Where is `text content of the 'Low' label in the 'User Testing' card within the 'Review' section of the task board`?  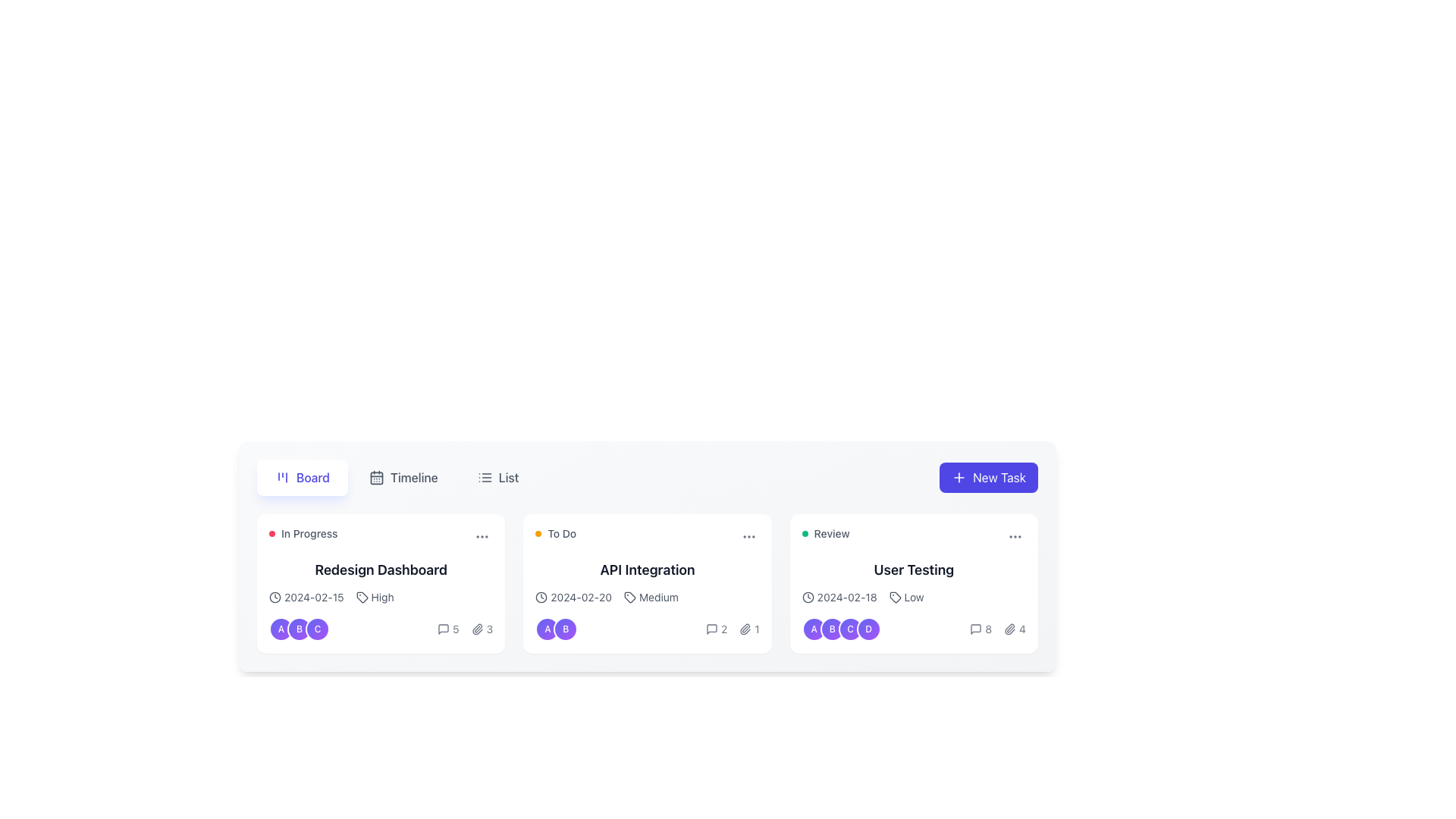 text content of the 'Low' label in the 'User Testing' card within the 'Review' section of the task board is located at coordinates (913, 596).